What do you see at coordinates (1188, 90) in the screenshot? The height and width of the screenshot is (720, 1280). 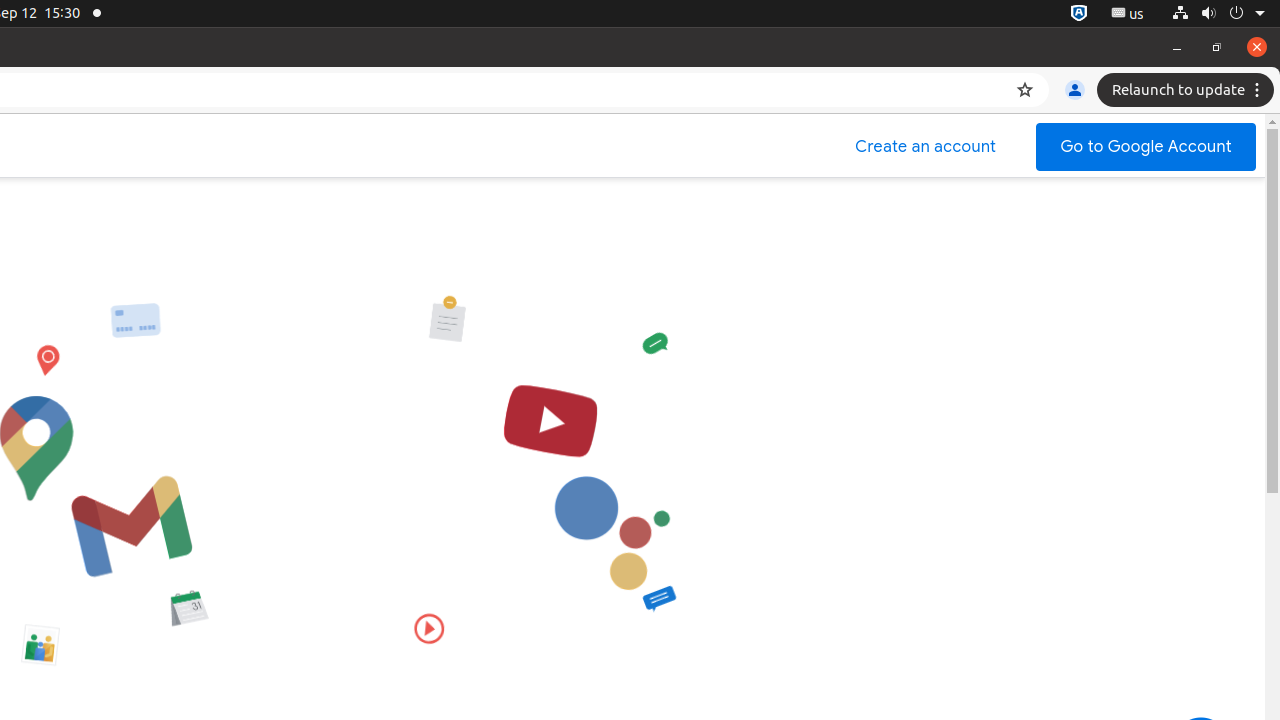 I see `'Relaunch to update'` at bounding box center [1188, 90].